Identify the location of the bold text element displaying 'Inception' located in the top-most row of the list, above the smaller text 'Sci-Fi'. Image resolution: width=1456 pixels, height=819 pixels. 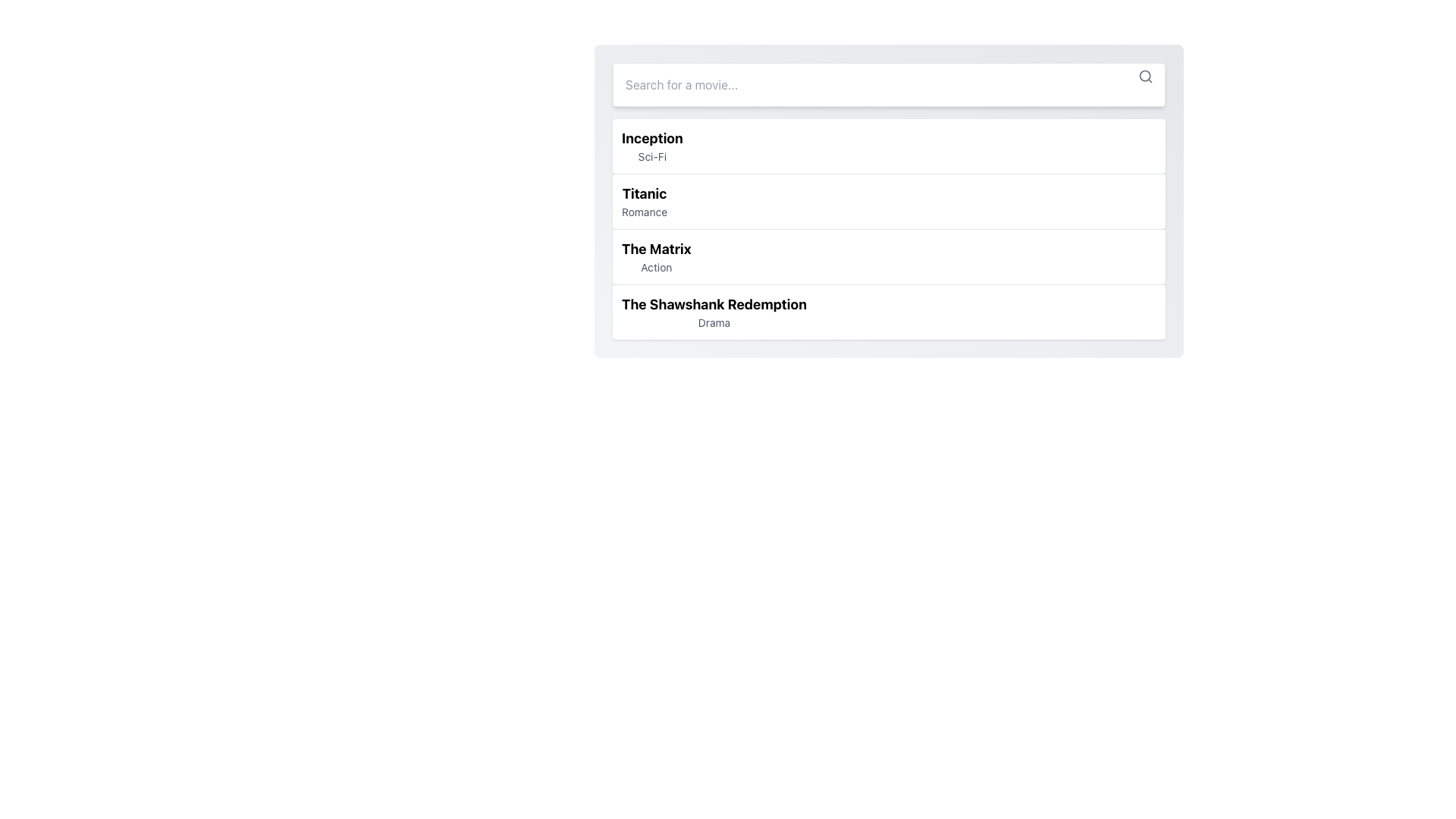
(652, 138).